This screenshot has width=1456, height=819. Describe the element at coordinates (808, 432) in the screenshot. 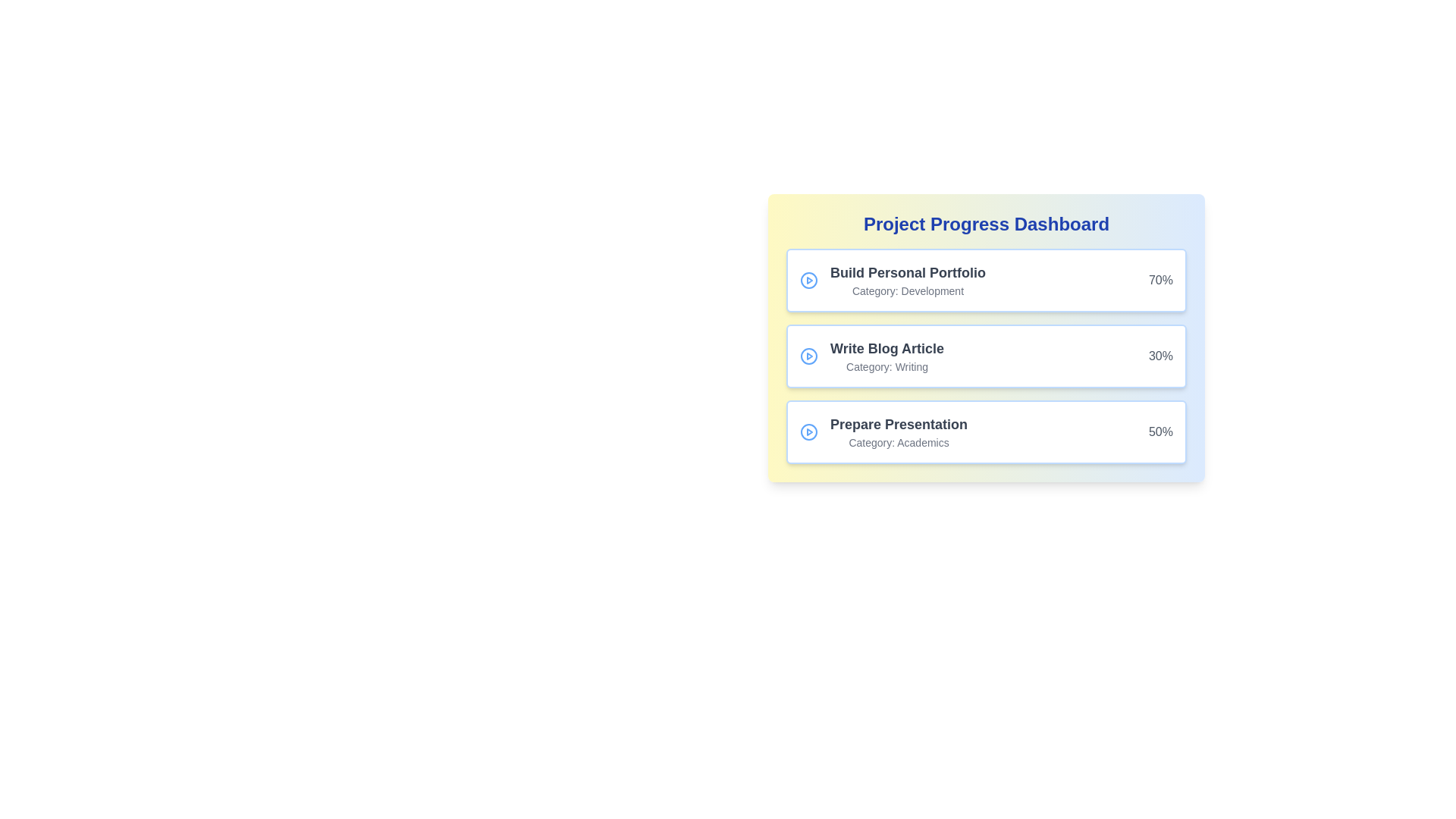

I see `the SVG Circle Element that serves as part of the play button icon, located in the second row of the list, to the left of 'Build Personal Portfolio' and 'Write Blog Article'` at that location.